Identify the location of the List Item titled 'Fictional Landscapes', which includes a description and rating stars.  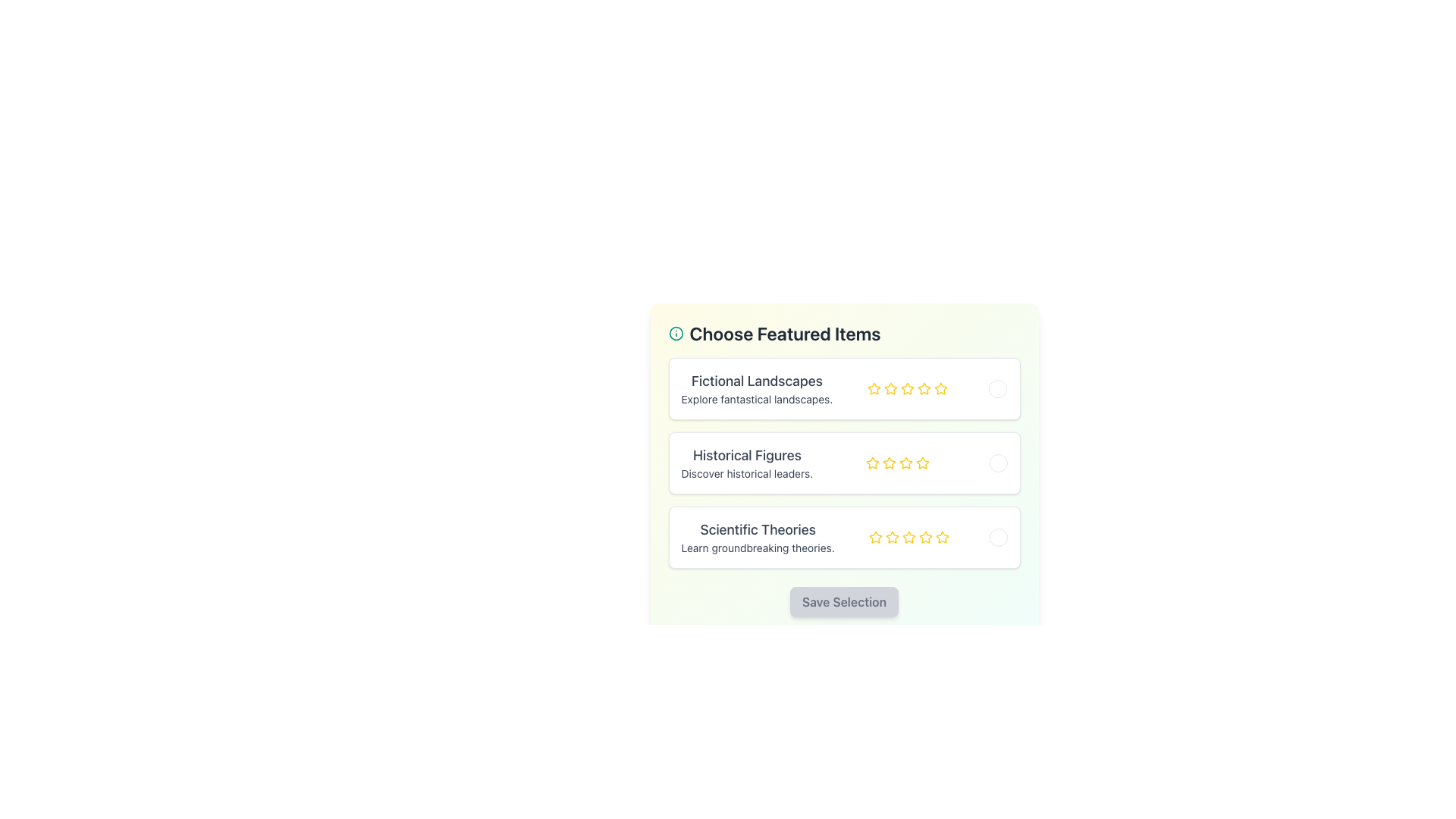
(843, 388).